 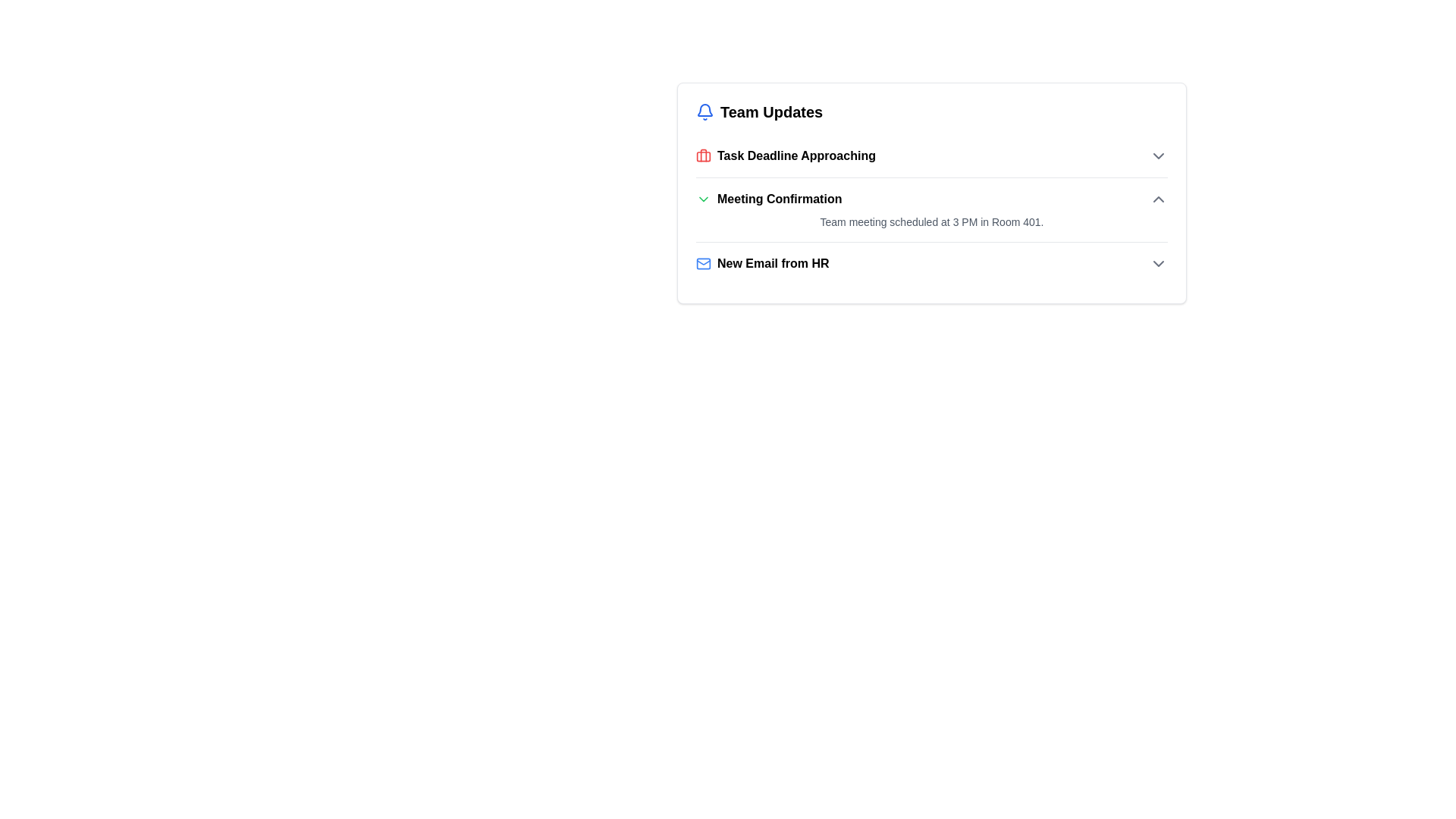 I want to click on text that provides information about a scheduled team meeting located in the 'Meeting Confirmation' section, directly below the header text, so click(x=930, y=222).